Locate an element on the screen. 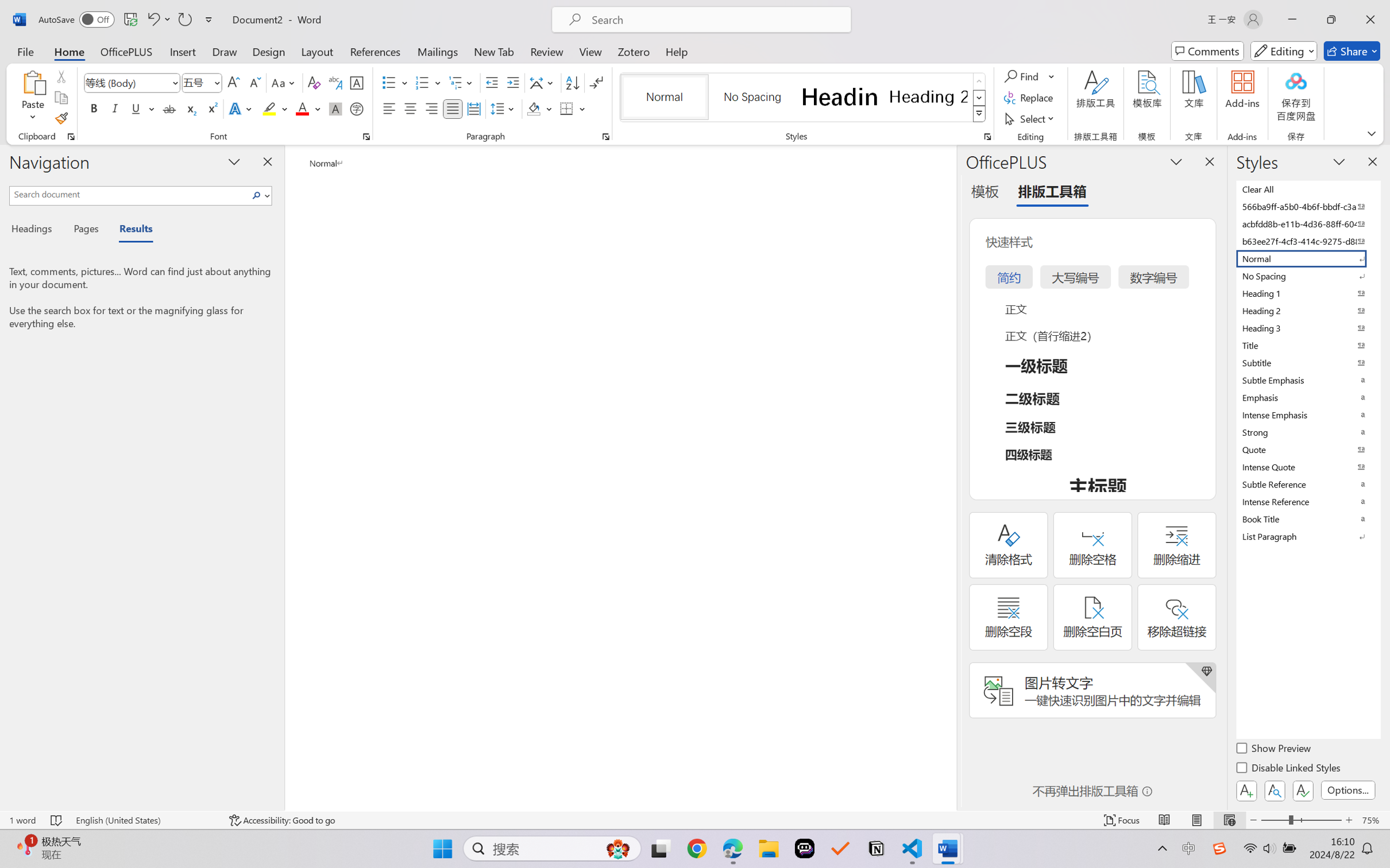  'Print Layout' is located at coordinates (1196, 820).